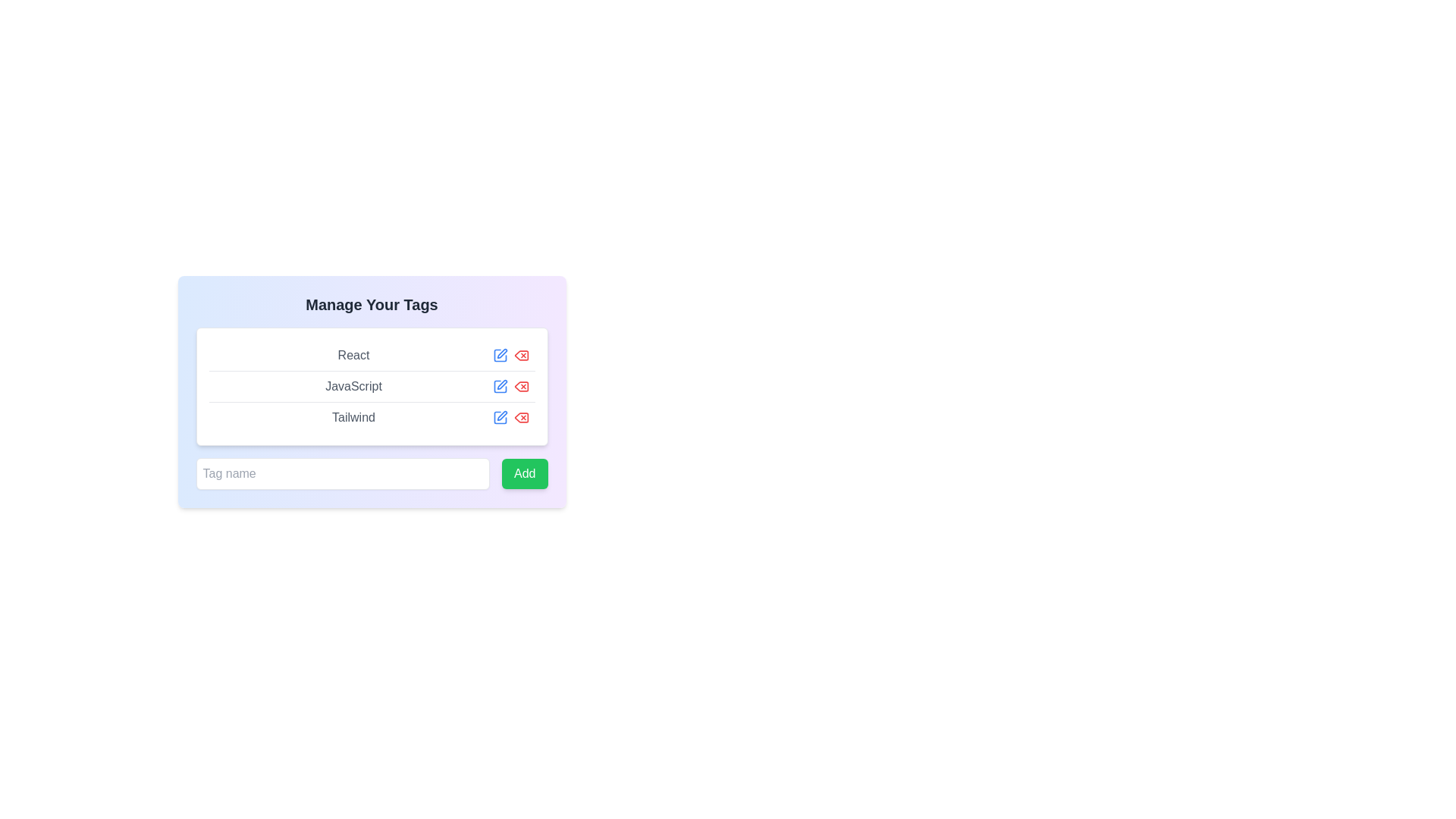 The height and width of the screenshot is (819, 1456). What do you see at coordinates (372, 408) in the screenshot?
I see `the blue edit icon next to the 'JavaScript' tag in the Tag management list` at bounding box center [372, 408].